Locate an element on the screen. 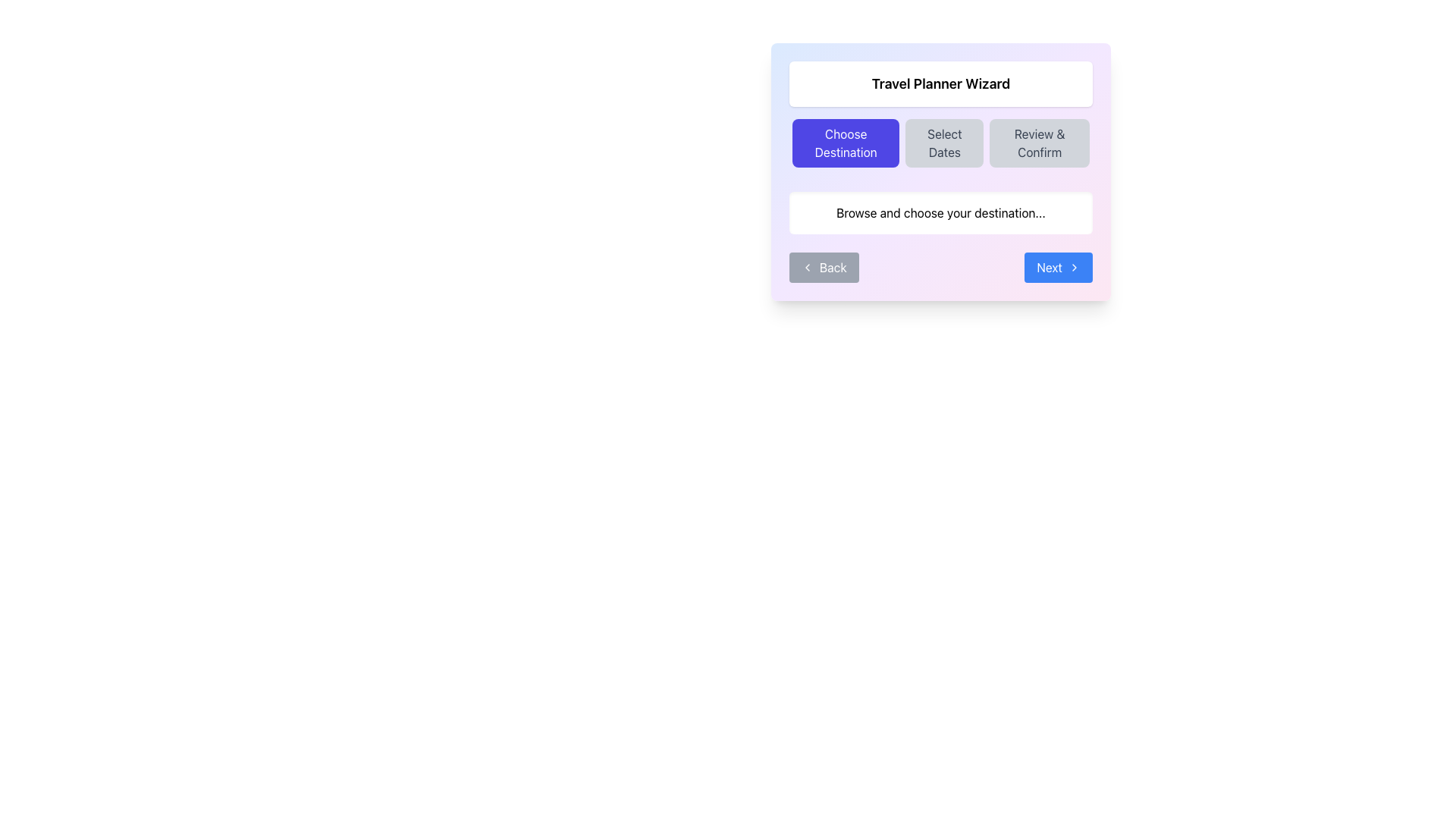 The height and width of the screenshot is (819, 1456). the informational Text Label located centrally beneath the navigation buttons for travel options is located at coordinates (940, 213).